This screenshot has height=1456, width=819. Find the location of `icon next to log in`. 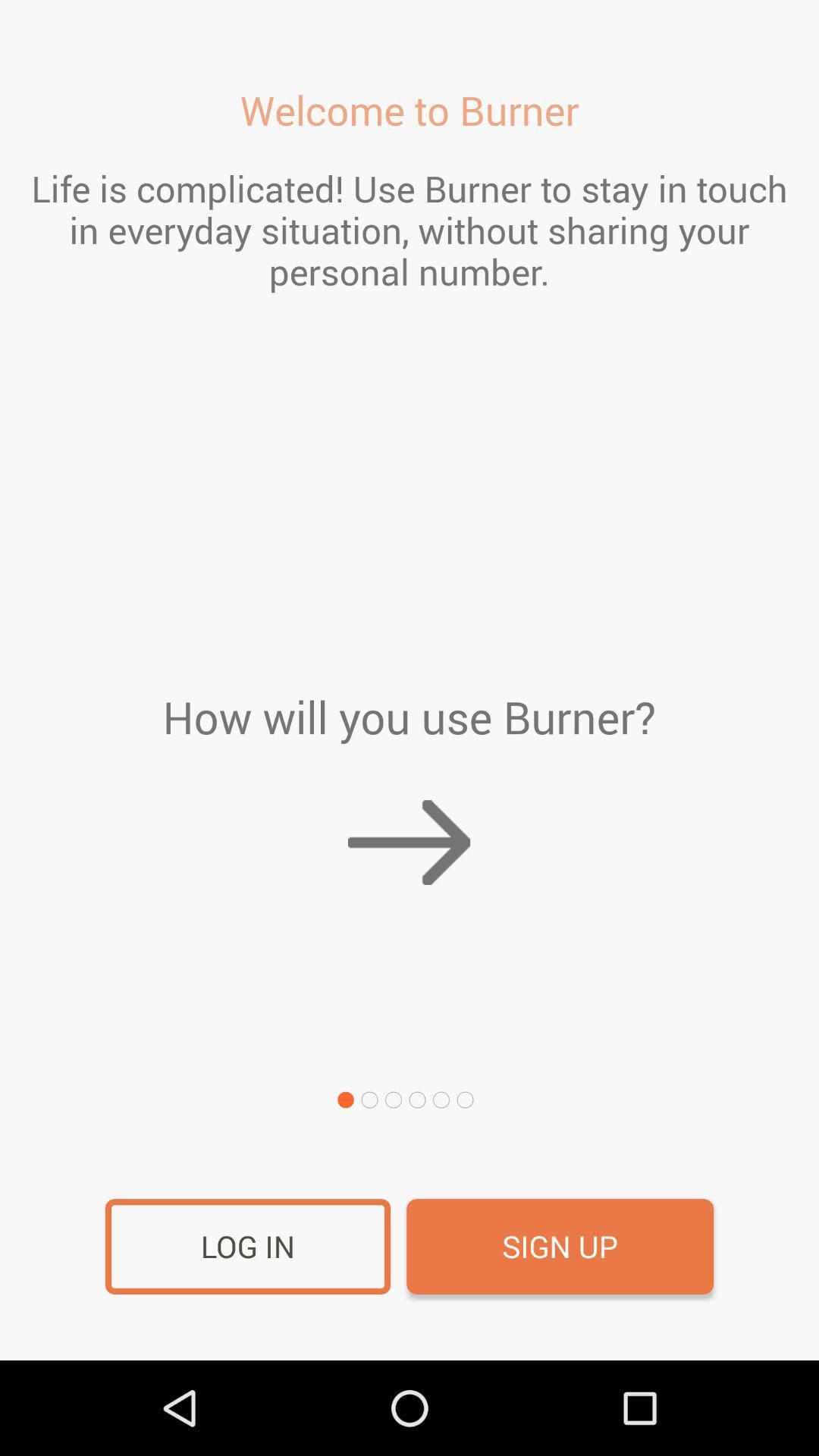

icon next to log in is located at coordinates (560, 1247).